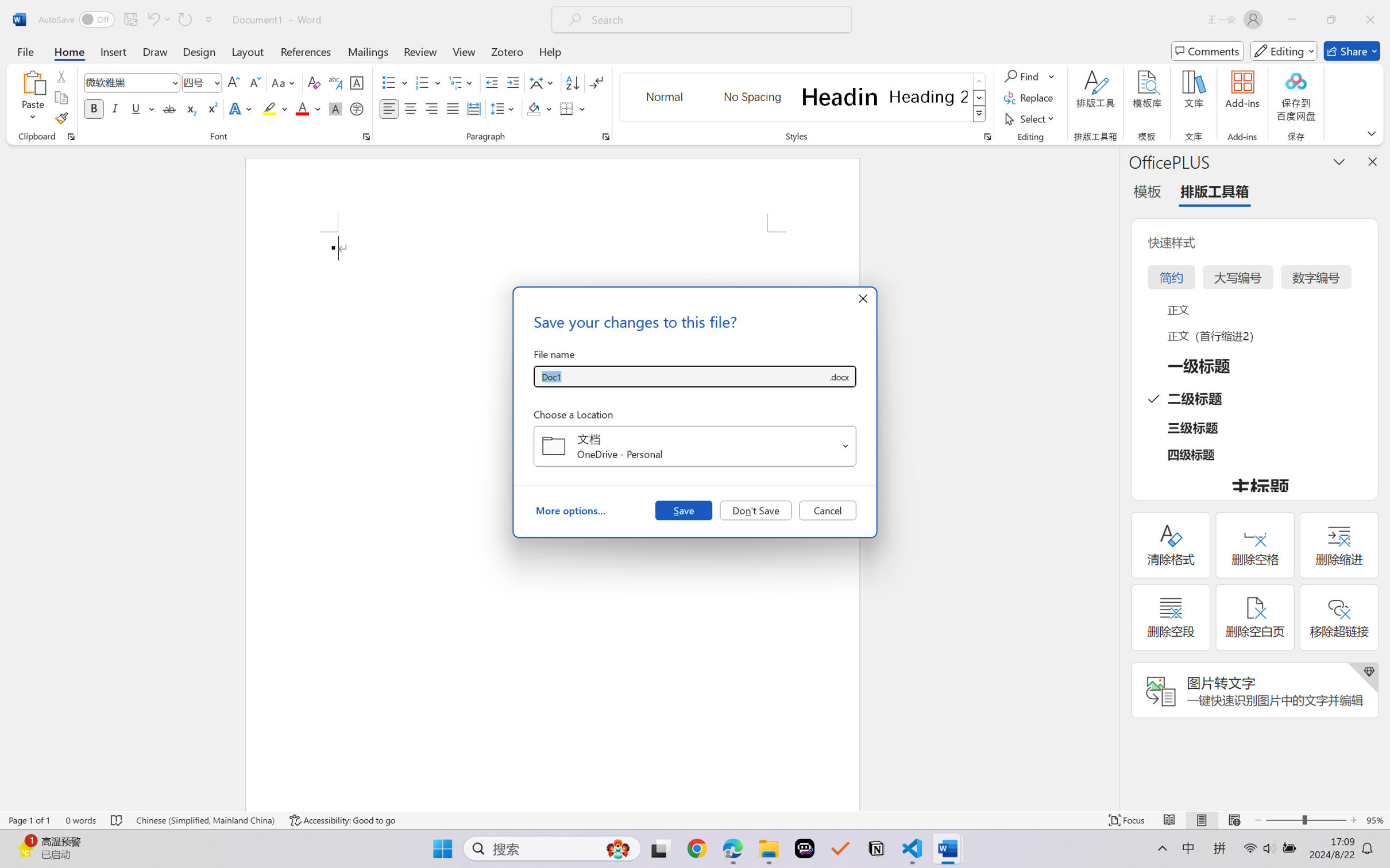 This screenshot has width=1390, height=868. Describe the element at coordinates (1112, 477) in the screenshot. I see `'Class: NetUIScrollBar'` at that location.